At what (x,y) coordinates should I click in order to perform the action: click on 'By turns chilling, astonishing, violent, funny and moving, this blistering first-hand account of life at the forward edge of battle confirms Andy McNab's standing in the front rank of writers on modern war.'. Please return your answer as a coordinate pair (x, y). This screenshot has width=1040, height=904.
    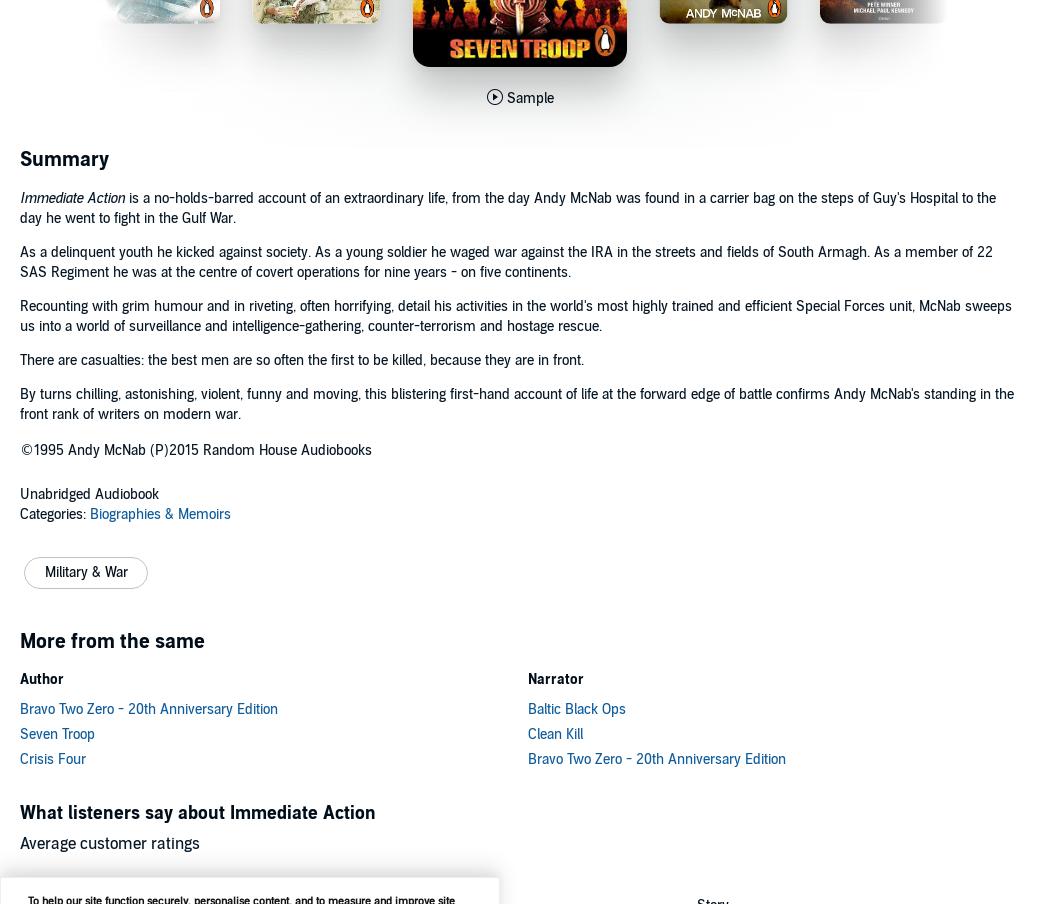
    Looking at the image, I should click on (18, 404).